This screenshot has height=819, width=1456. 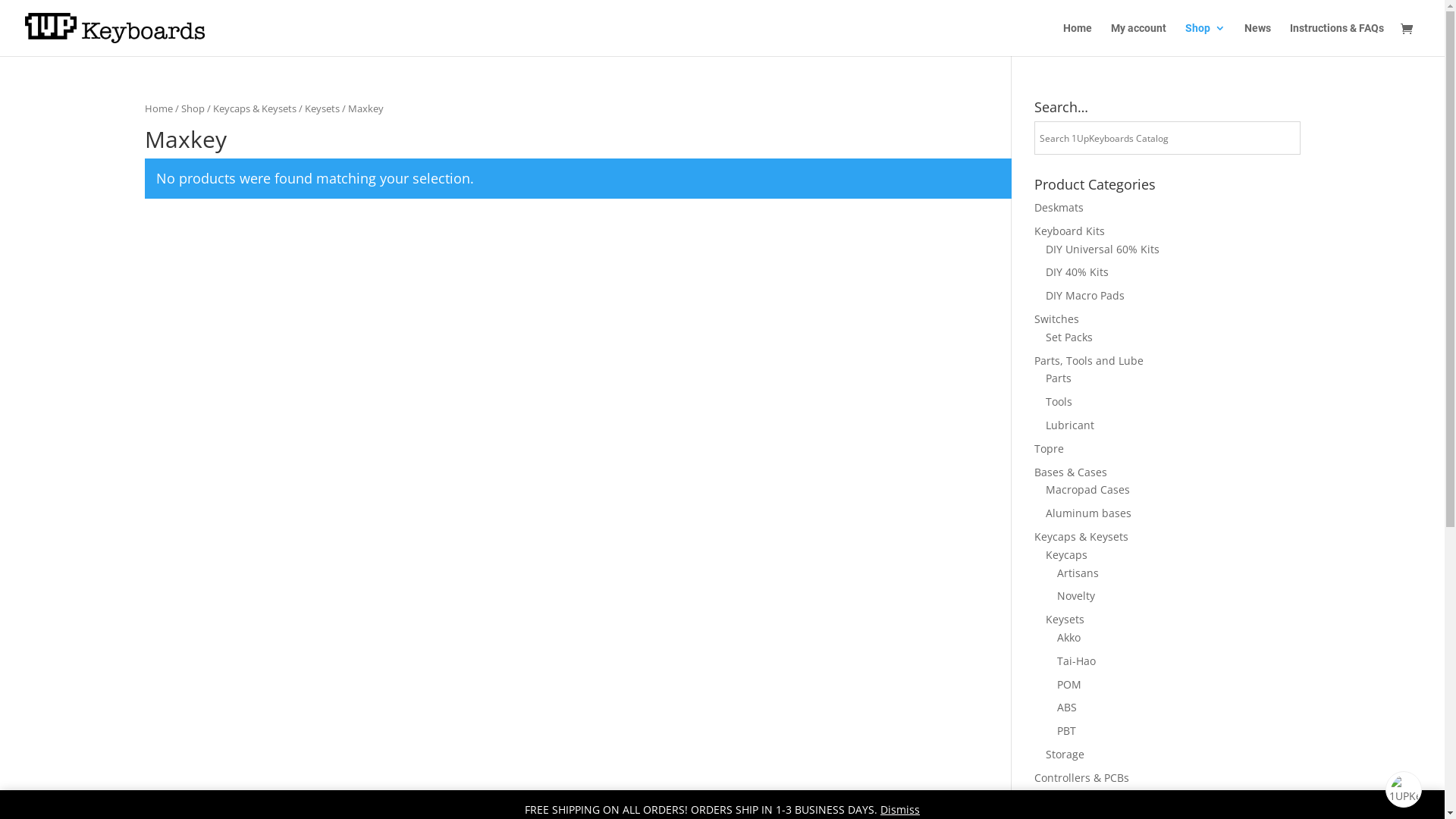 I want to click on 'Aluminum bases', so click(x=1043, y=512).